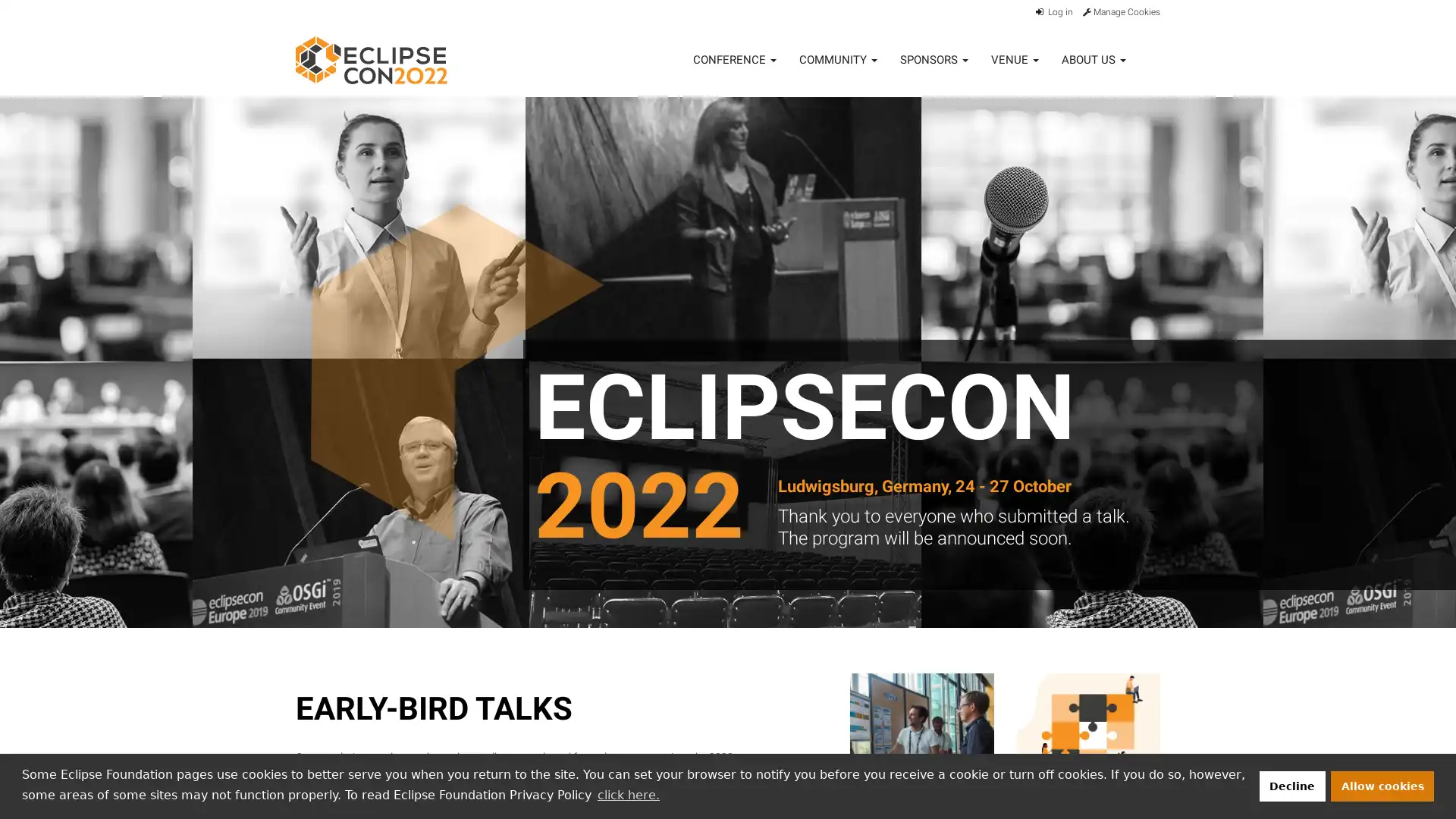 The height and width of the screenshot is (819, 1456). I want to click on allow cookies, so click(1382, 785).